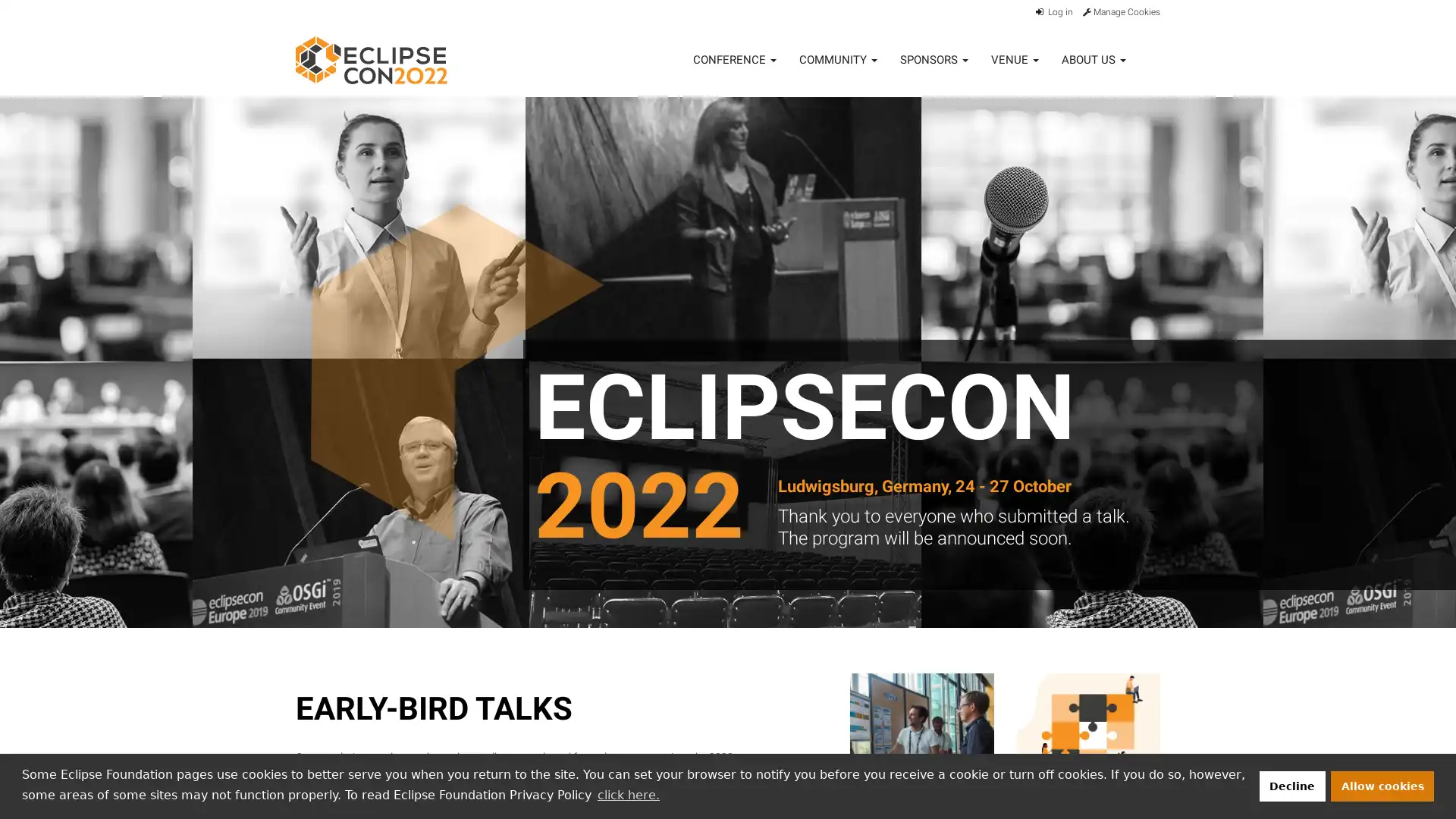 The height and width of the screenshot is (819, 1456). I want to click on allow cookies, so click(1382, 785).